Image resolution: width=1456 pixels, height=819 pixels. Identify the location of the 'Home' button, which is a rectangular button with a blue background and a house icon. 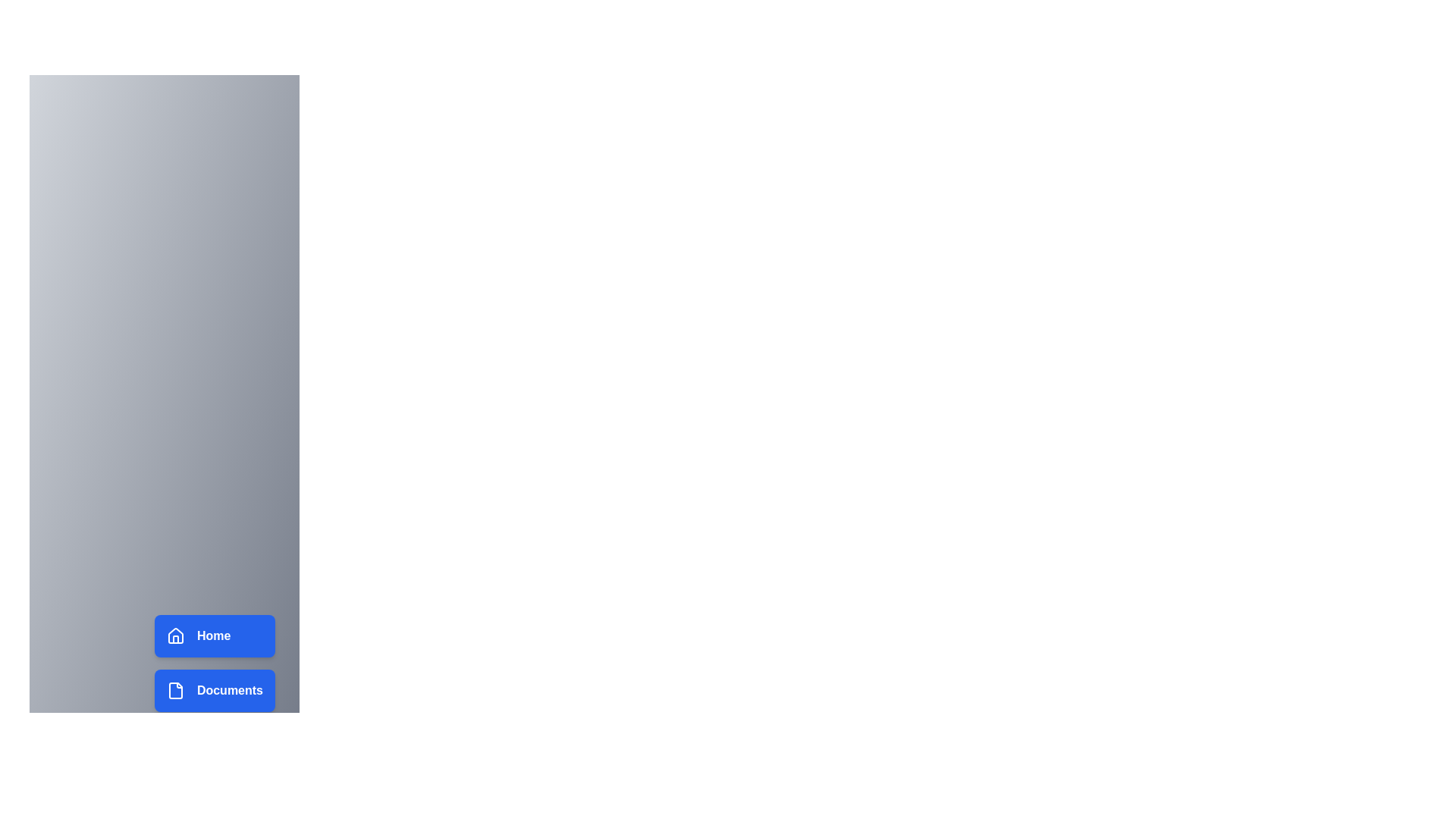
(214, 636).